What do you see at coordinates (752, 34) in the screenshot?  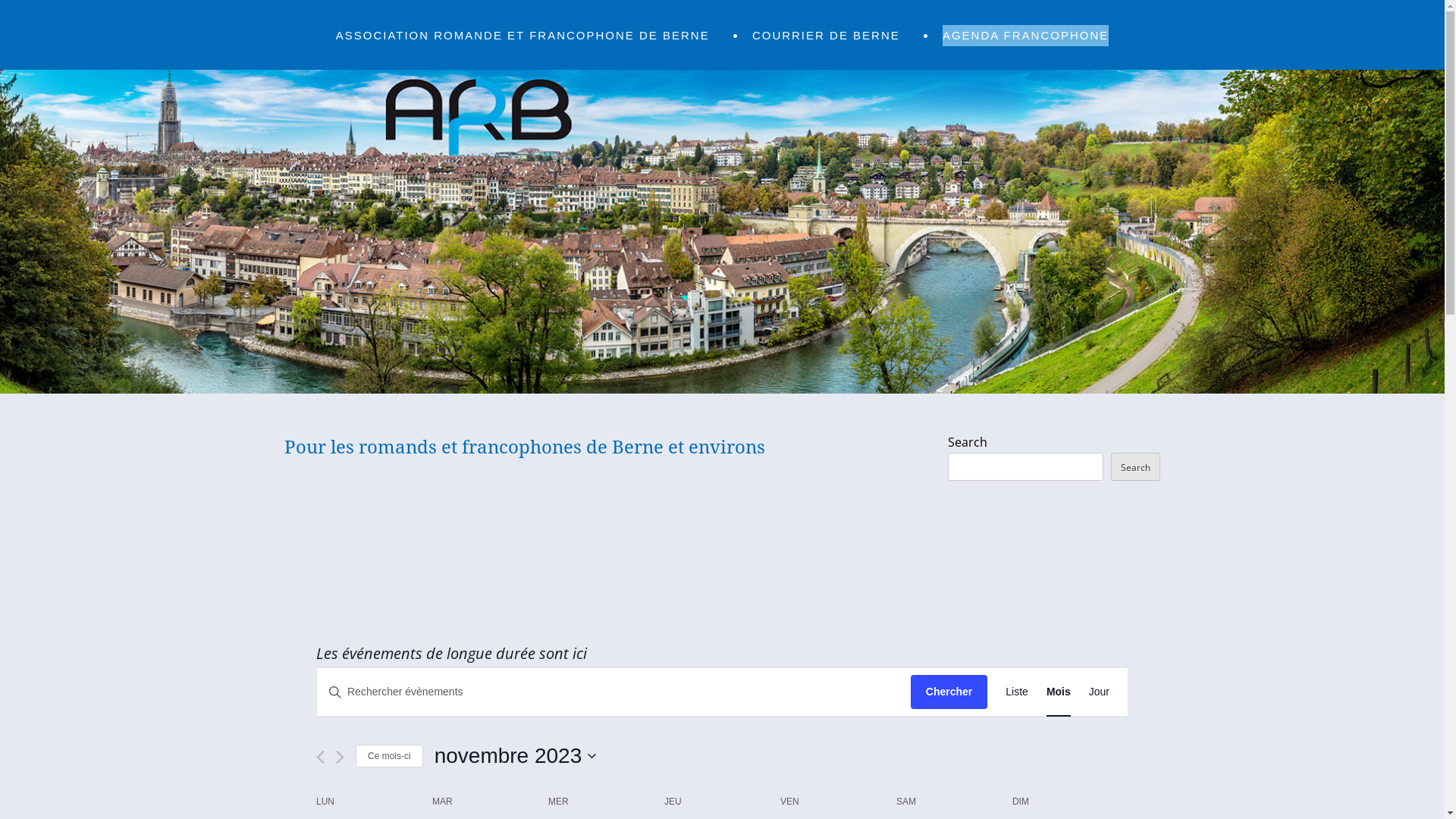 I see `'COURRIER DE BERNE'` at bounding box center [752, 34].